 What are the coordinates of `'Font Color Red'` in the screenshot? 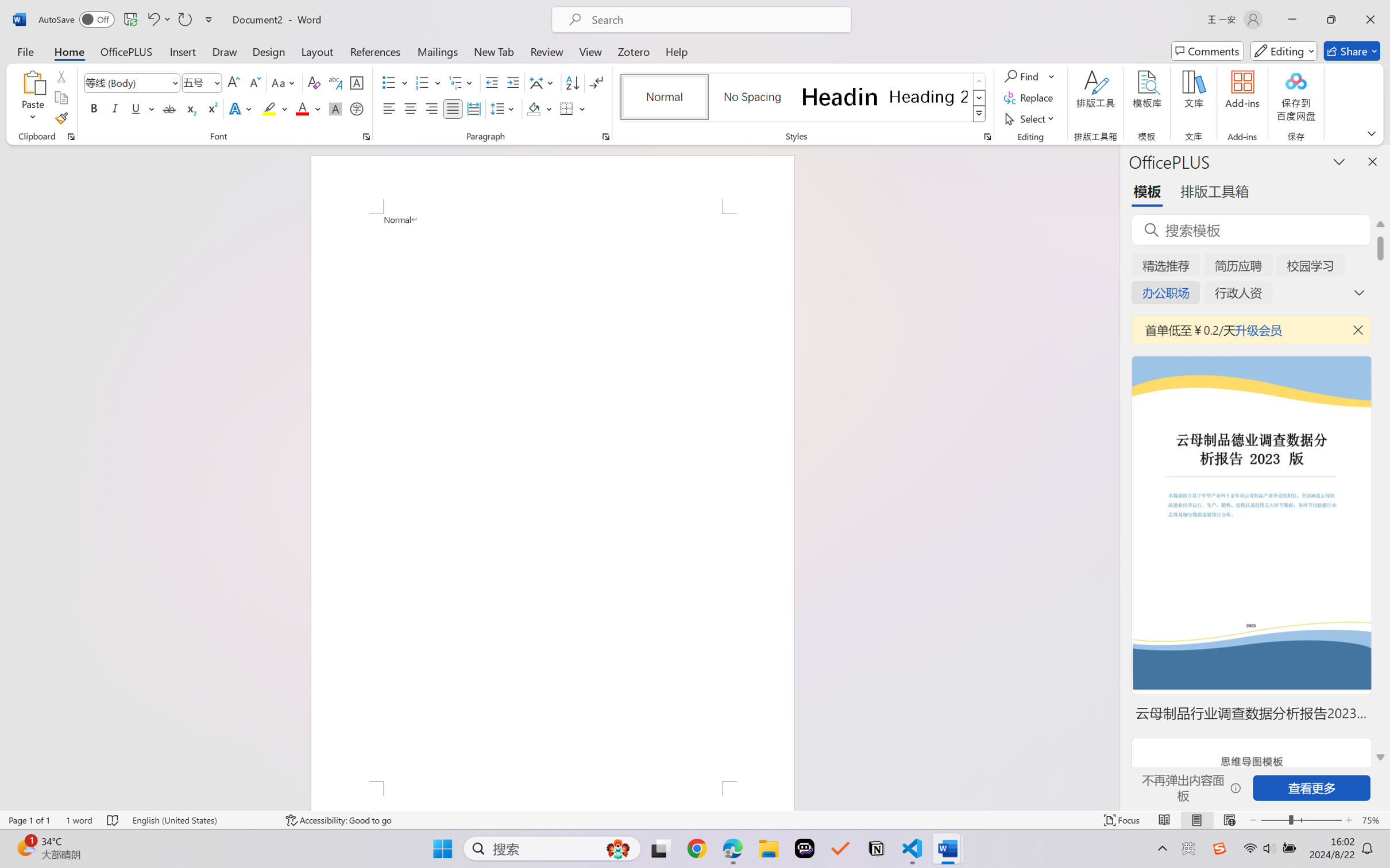 It's located at (303, 108).